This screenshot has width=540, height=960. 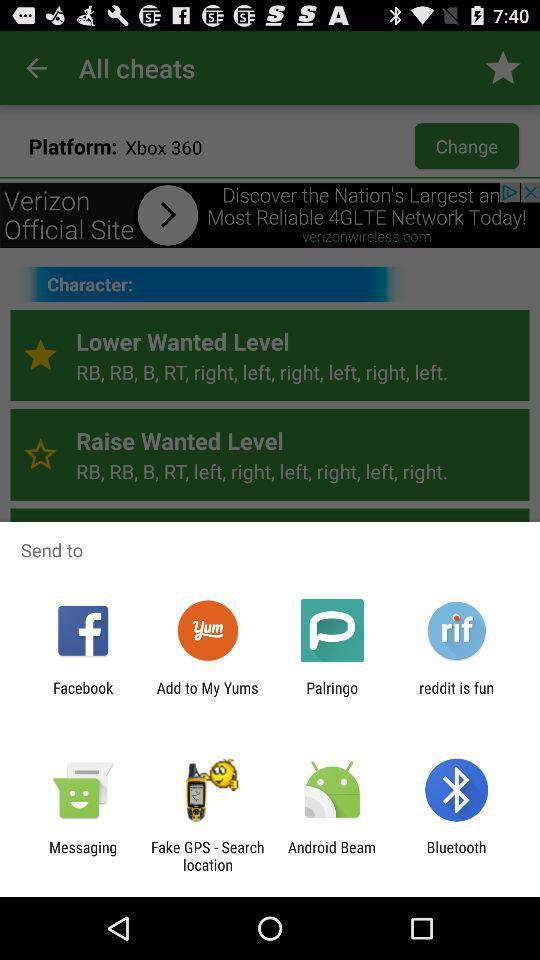 I want to click on item next to add to my item, so click(x=332, y=696).